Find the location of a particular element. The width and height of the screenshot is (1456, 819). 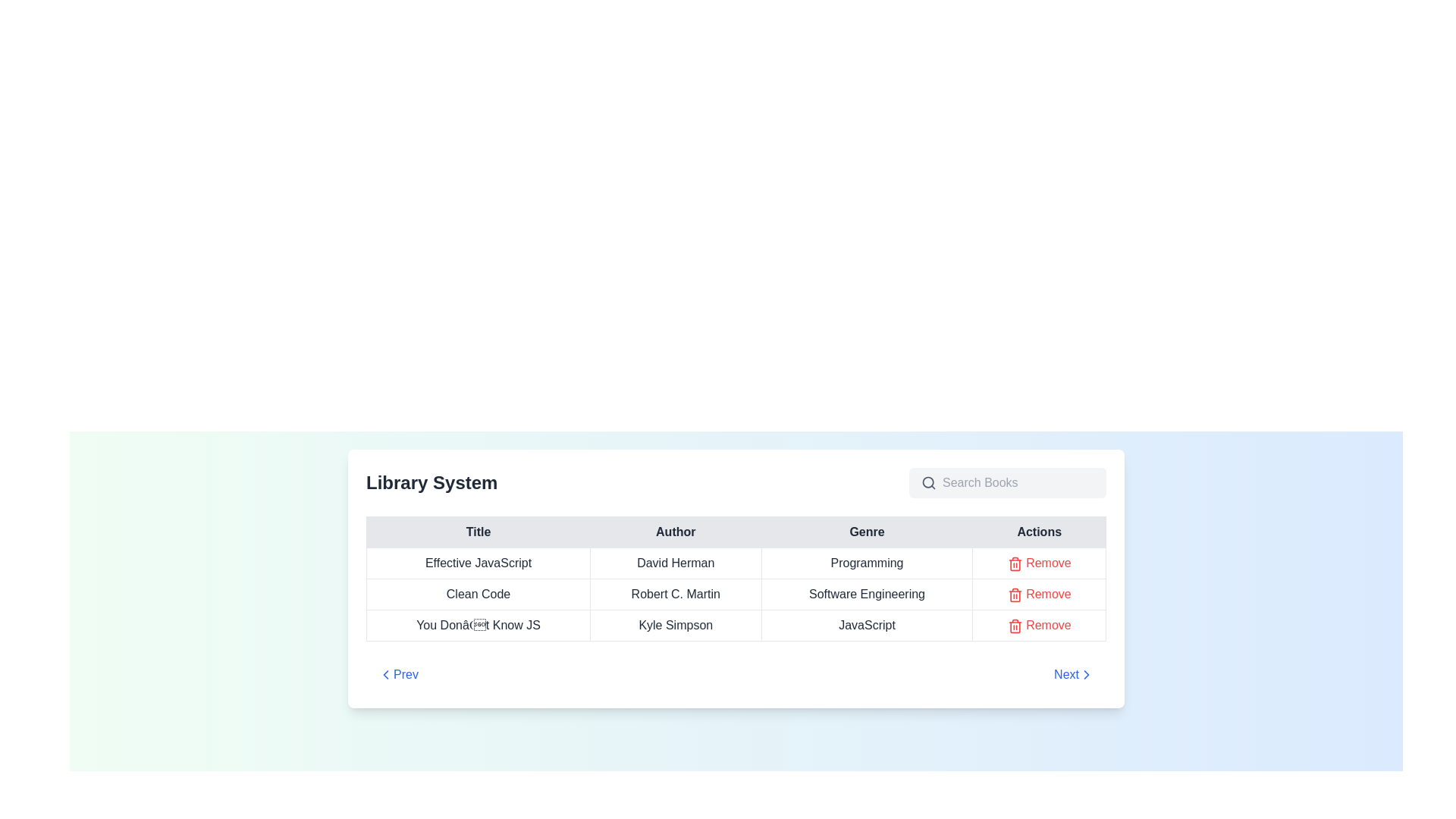

the left-pointing arrow icon labeled 'Prev' located at the bottom-left corner of the navigation control is located at coordinates (385, 674).